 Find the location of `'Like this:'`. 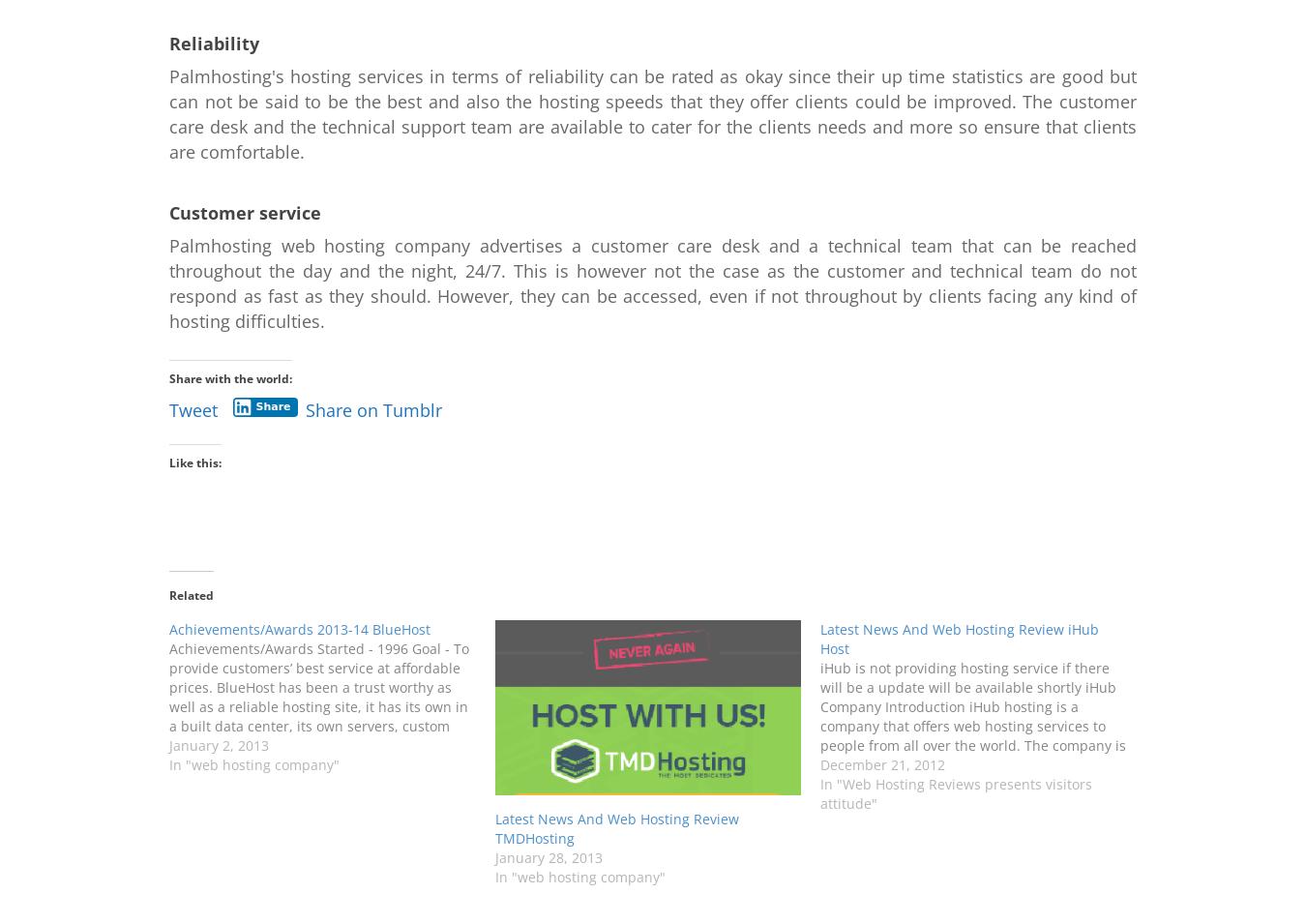

'Like this:' is located at coordinates (194, 462).